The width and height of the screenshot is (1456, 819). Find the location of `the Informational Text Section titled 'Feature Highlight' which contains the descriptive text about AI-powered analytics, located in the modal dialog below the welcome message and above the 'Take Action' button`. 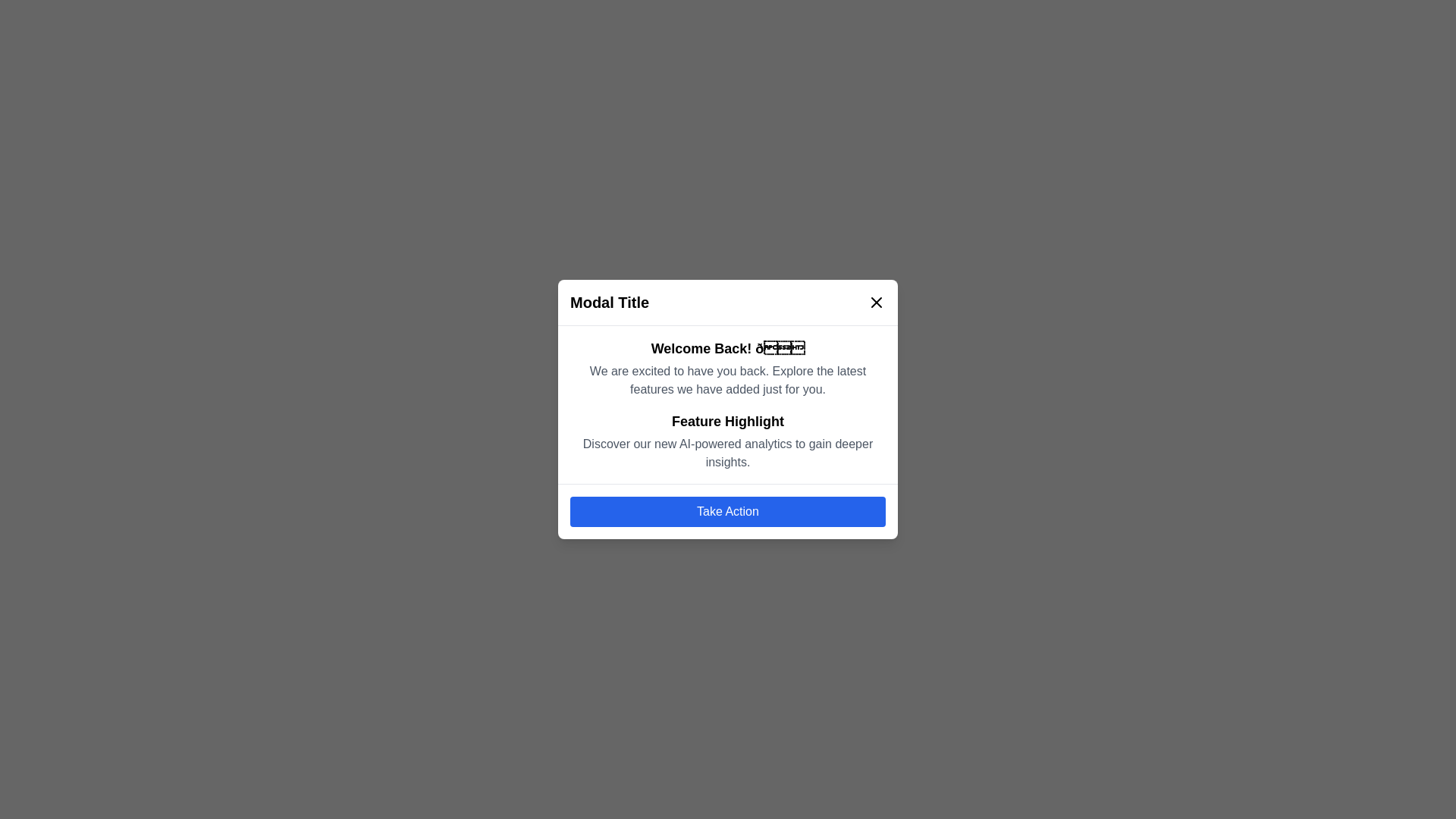

the Informational Text Section titled 'Feature Highlight' which contains the descriptive text about AI-powered analytics, located in the modal dialog below the welcome message and above the 'Take Action' button is located at coordinates (728, 441).